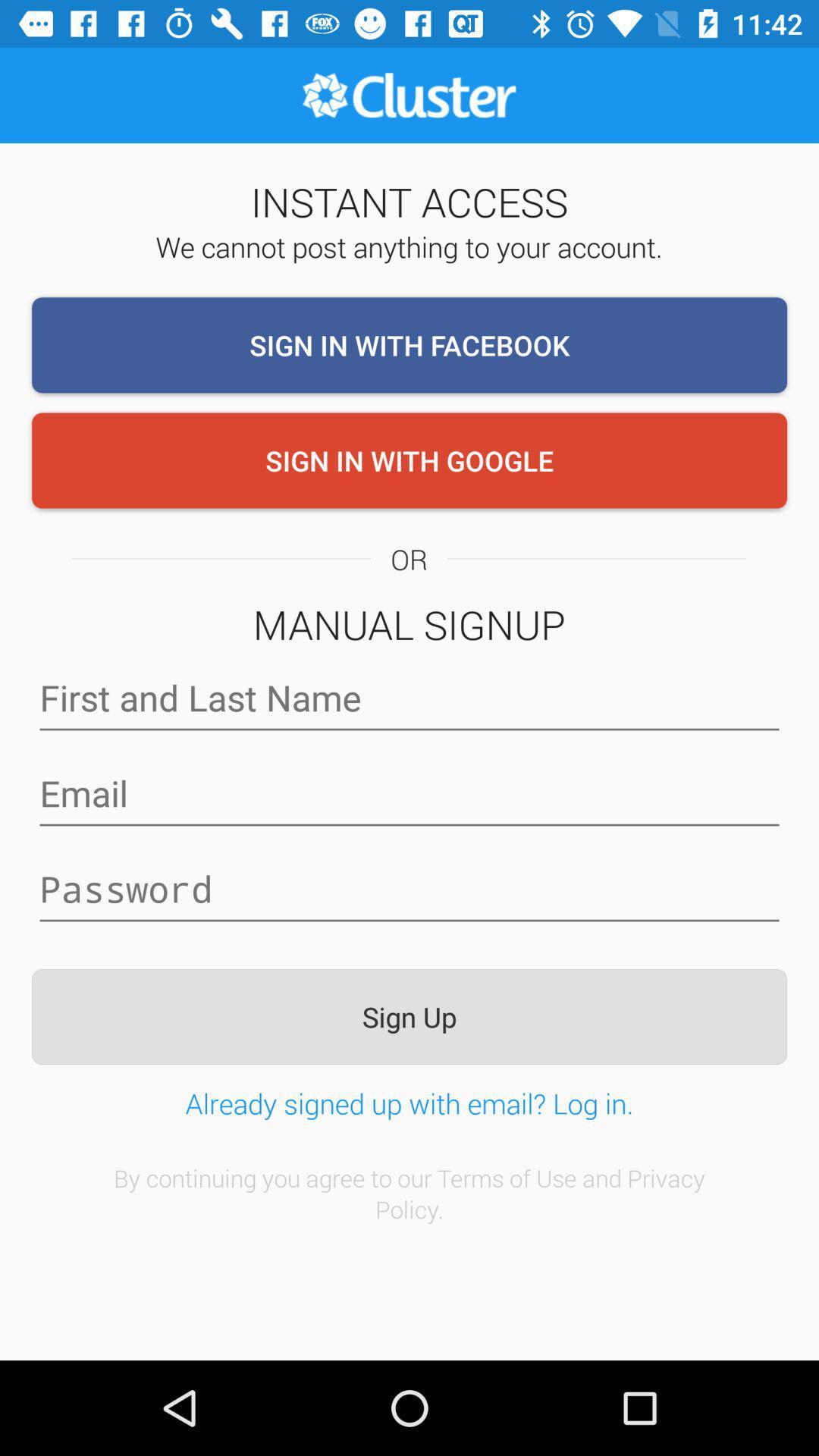 The image size is (819, 1456). What do you see at coordinates (409, 889) in the screenshot?
I see `password` at bounding box center [409, 889].